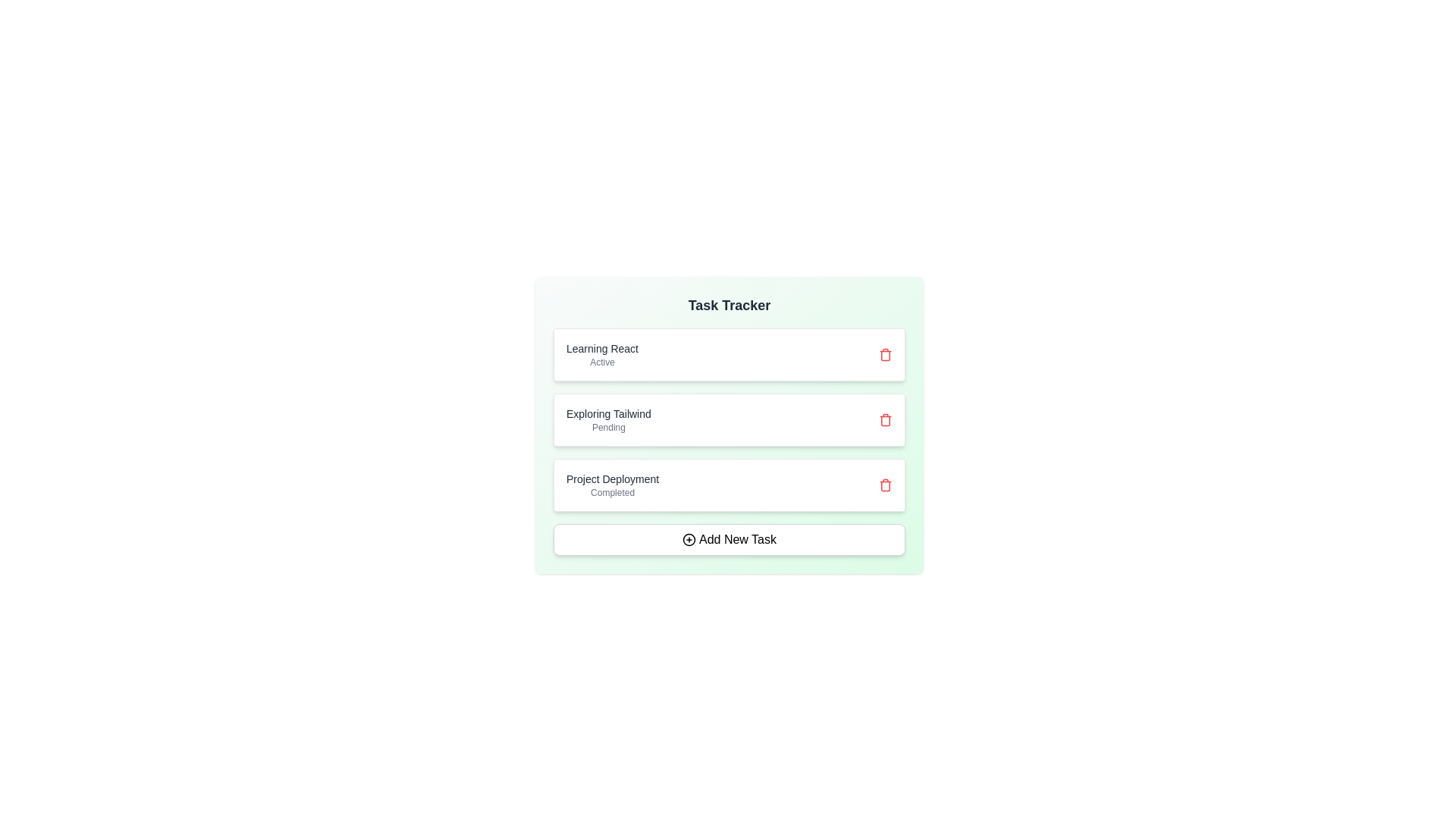 This screenshot has height=819, width=1456. Describe the element at coordinates (885, 420) in the screenshot. I see `the delete button for the task labeled Exploring Tailwind` at that location.